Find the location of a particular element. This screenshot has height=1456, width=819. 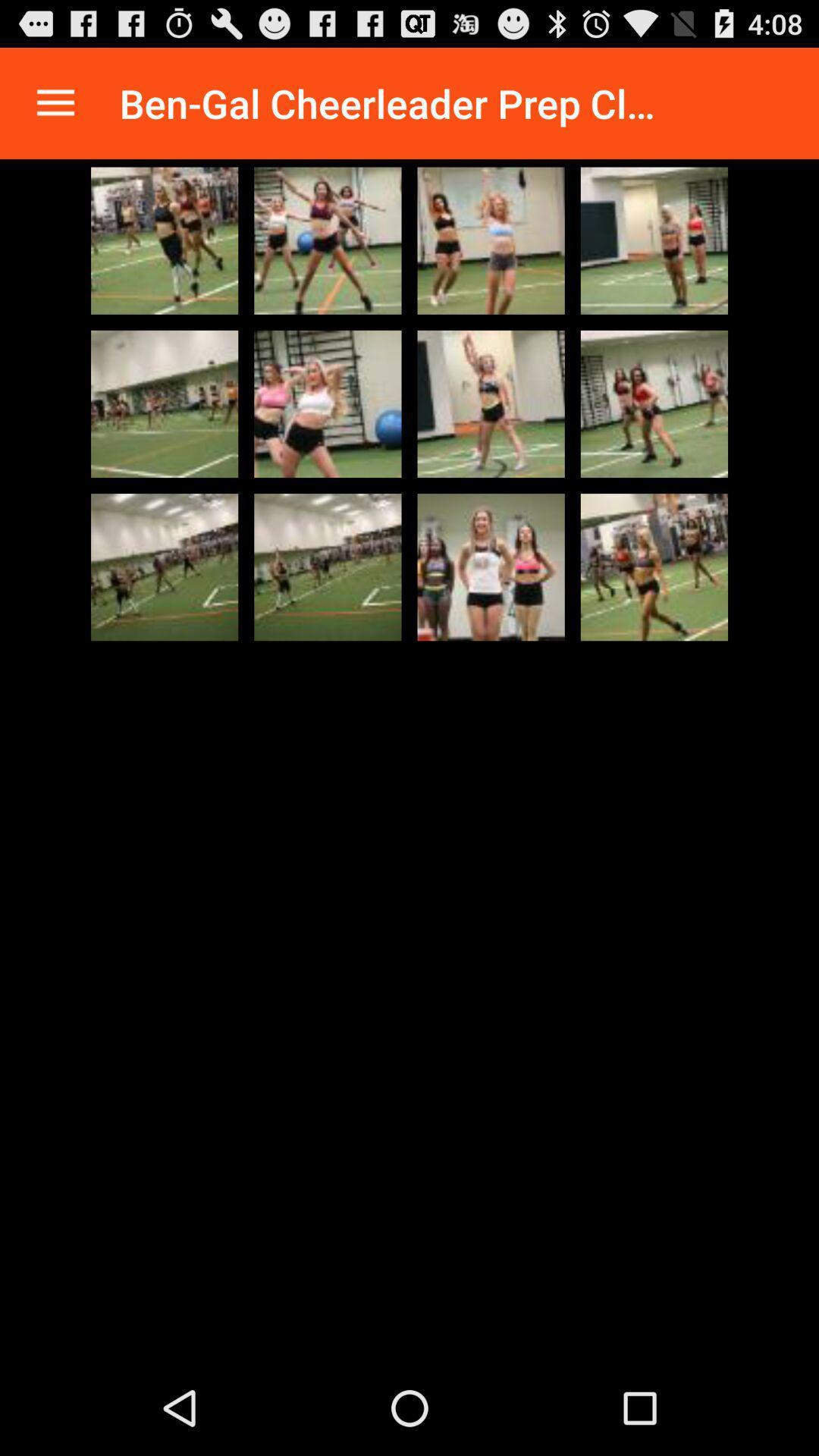

photo is located at coordinates (491, 403).